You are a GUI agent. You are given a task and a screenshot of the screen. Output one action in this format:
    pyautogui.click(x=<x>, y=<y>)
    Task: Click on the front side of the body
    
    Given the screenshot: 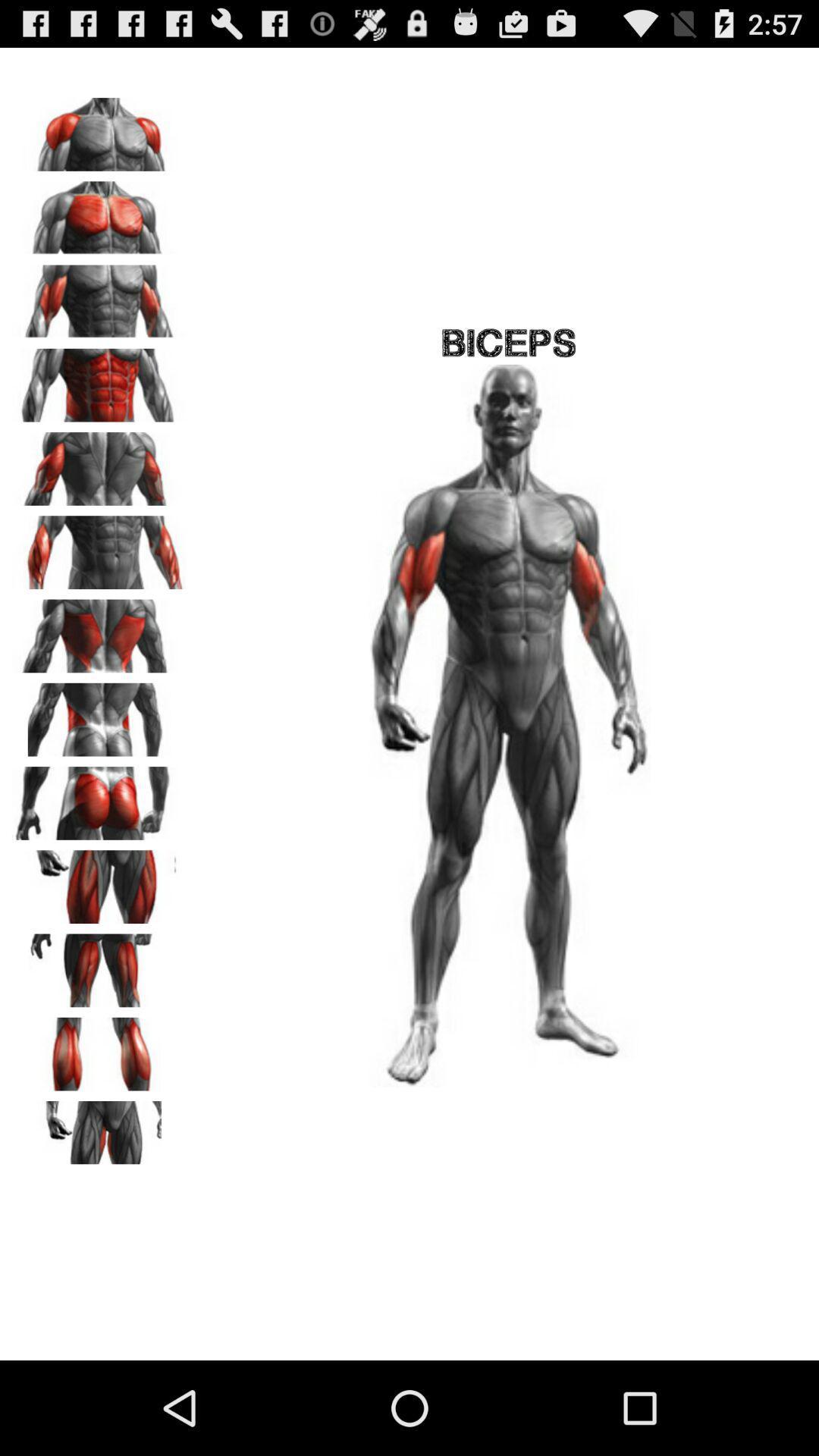 What is the action you would take?
    pyautogui.click(x=99, y=212)
    